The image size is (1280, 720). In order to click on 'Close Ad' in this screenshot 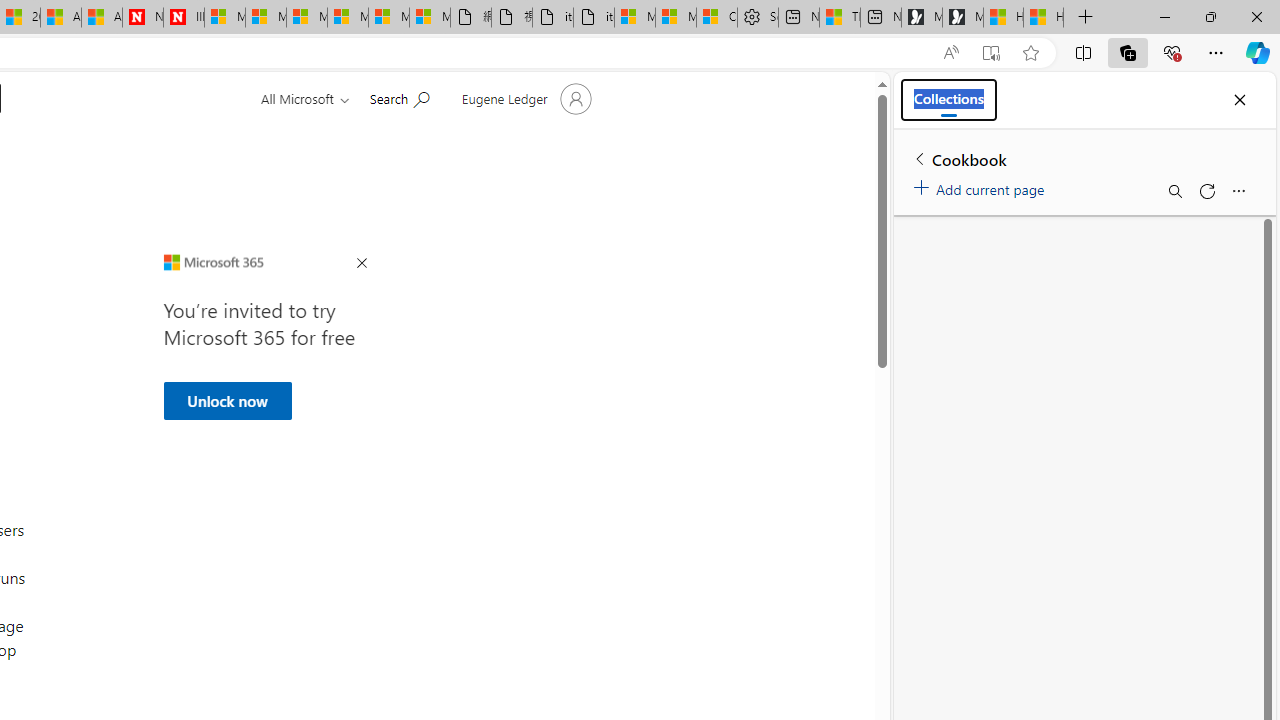, I will do `click(361, 263)`.